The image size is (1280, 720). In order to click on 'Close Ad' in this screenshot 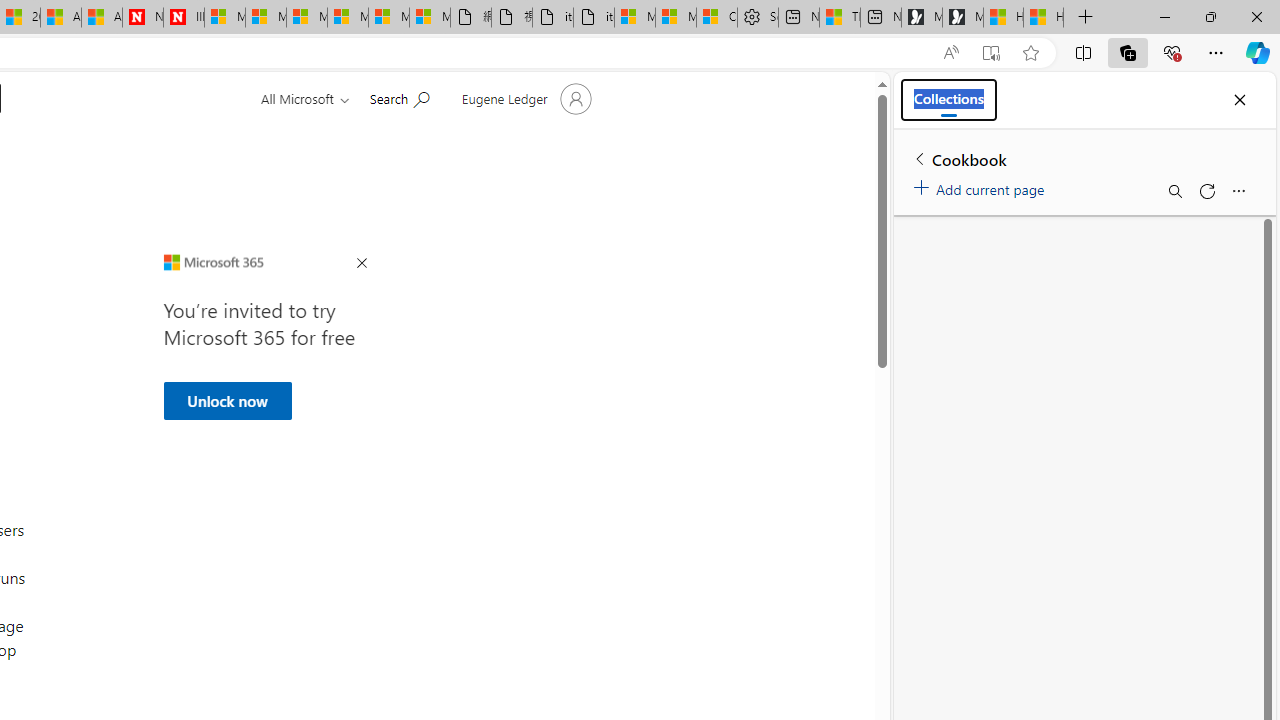, I will do `click(361, 263)`.